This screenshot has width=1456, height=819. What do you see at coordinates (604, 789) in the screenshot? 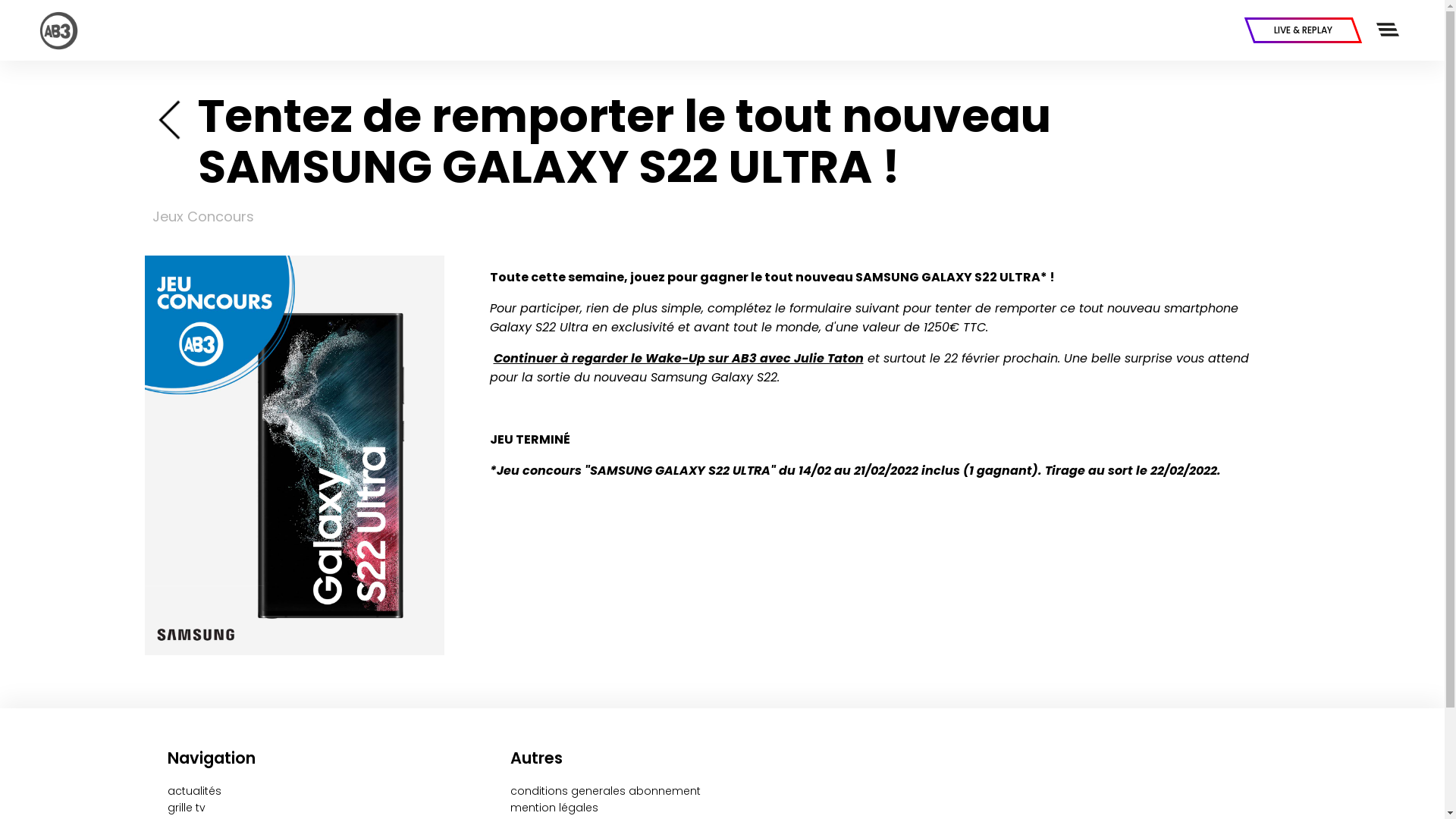
I see `'conditions generales abonnement'` at bounding box center [604, 789].